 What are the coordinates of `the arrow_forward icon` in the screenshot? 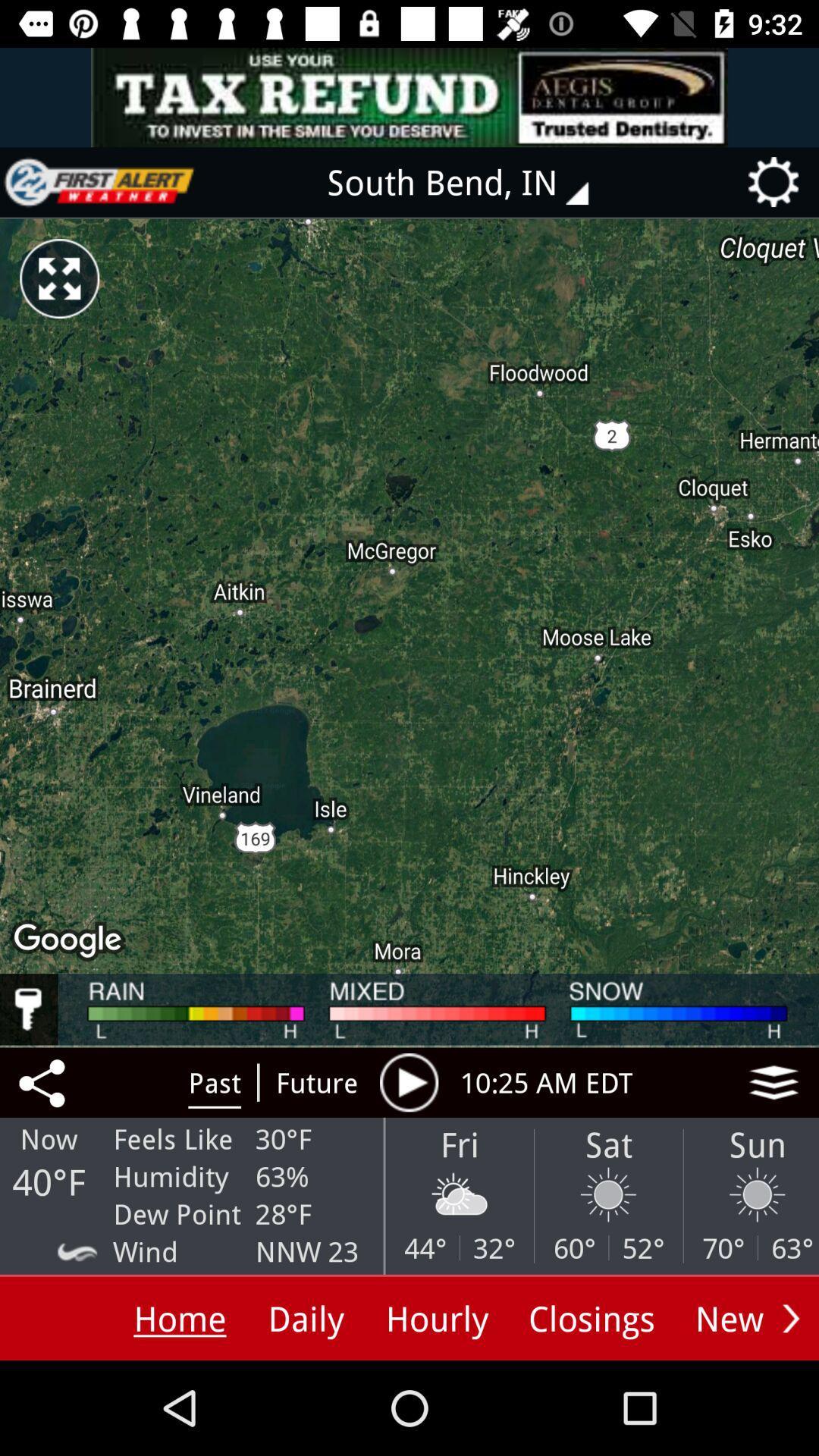 It's located at (790, 1317).